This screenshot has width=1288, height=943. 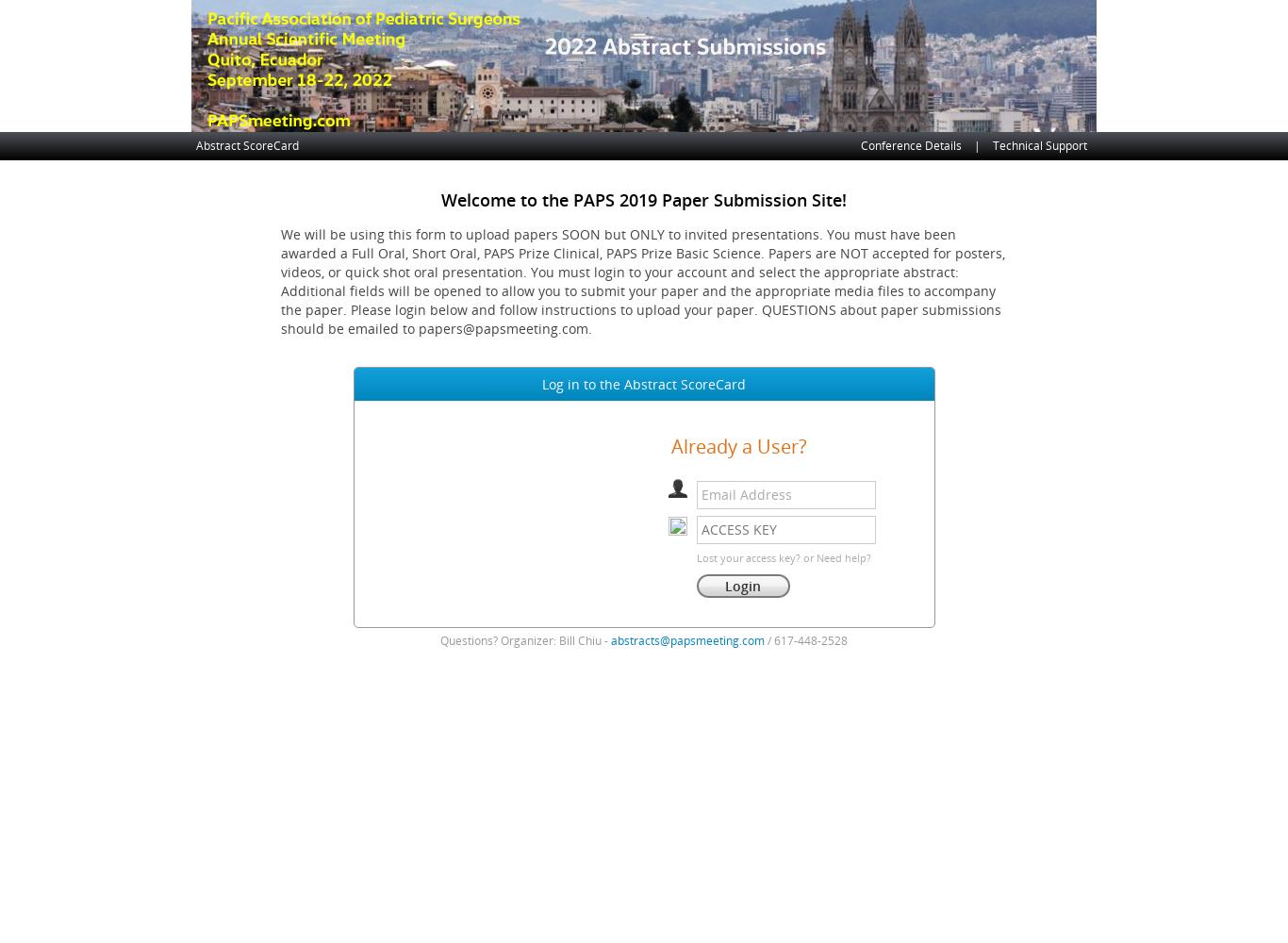 What do you see at coordinates (1039, 145) in the screenshot?
I see `'Technical Support'` at bounding box center [1039, 145].